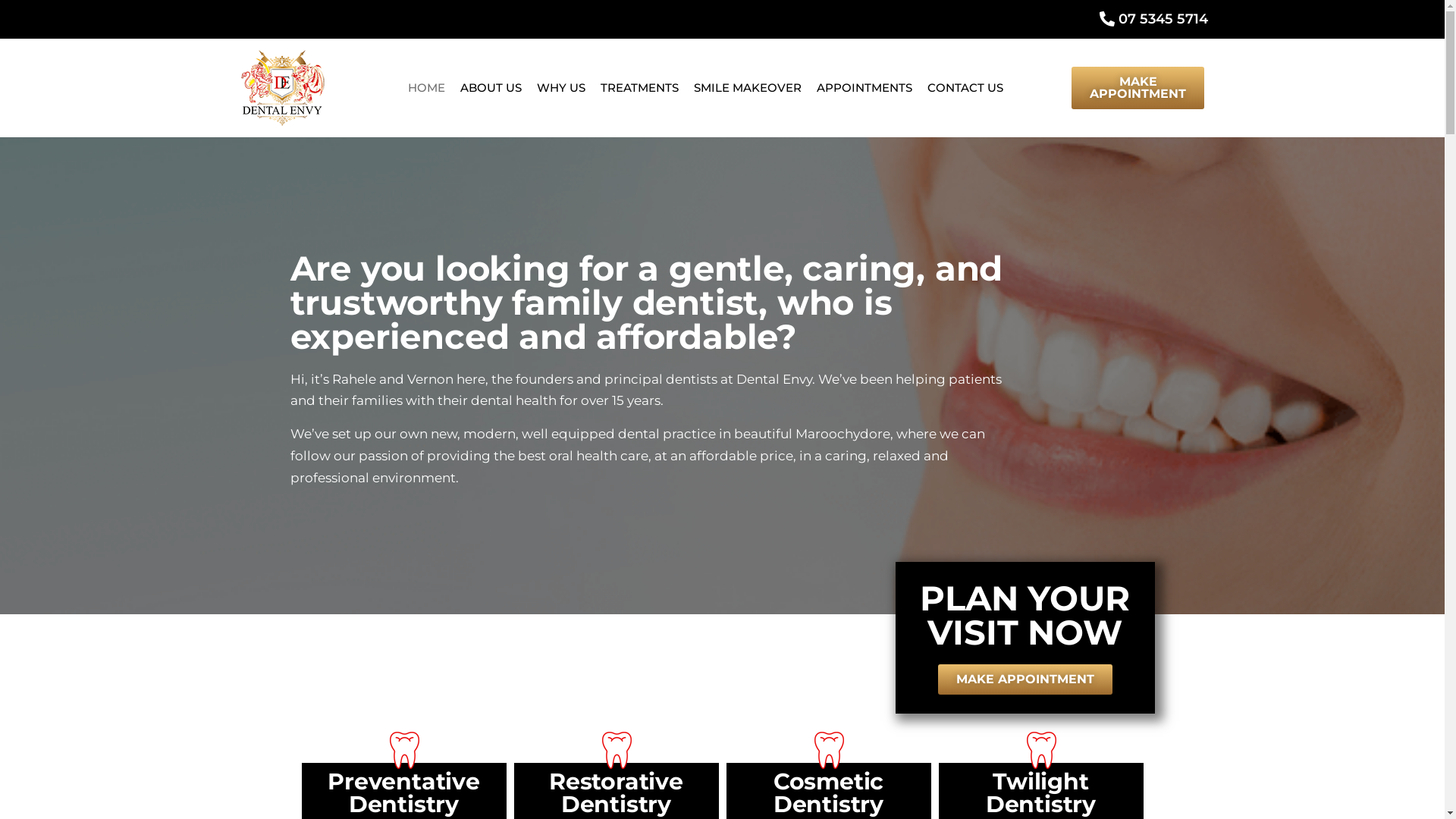 The image size is (1456, 819). I want to click on 'TREATMENTS', so click(592, 87).